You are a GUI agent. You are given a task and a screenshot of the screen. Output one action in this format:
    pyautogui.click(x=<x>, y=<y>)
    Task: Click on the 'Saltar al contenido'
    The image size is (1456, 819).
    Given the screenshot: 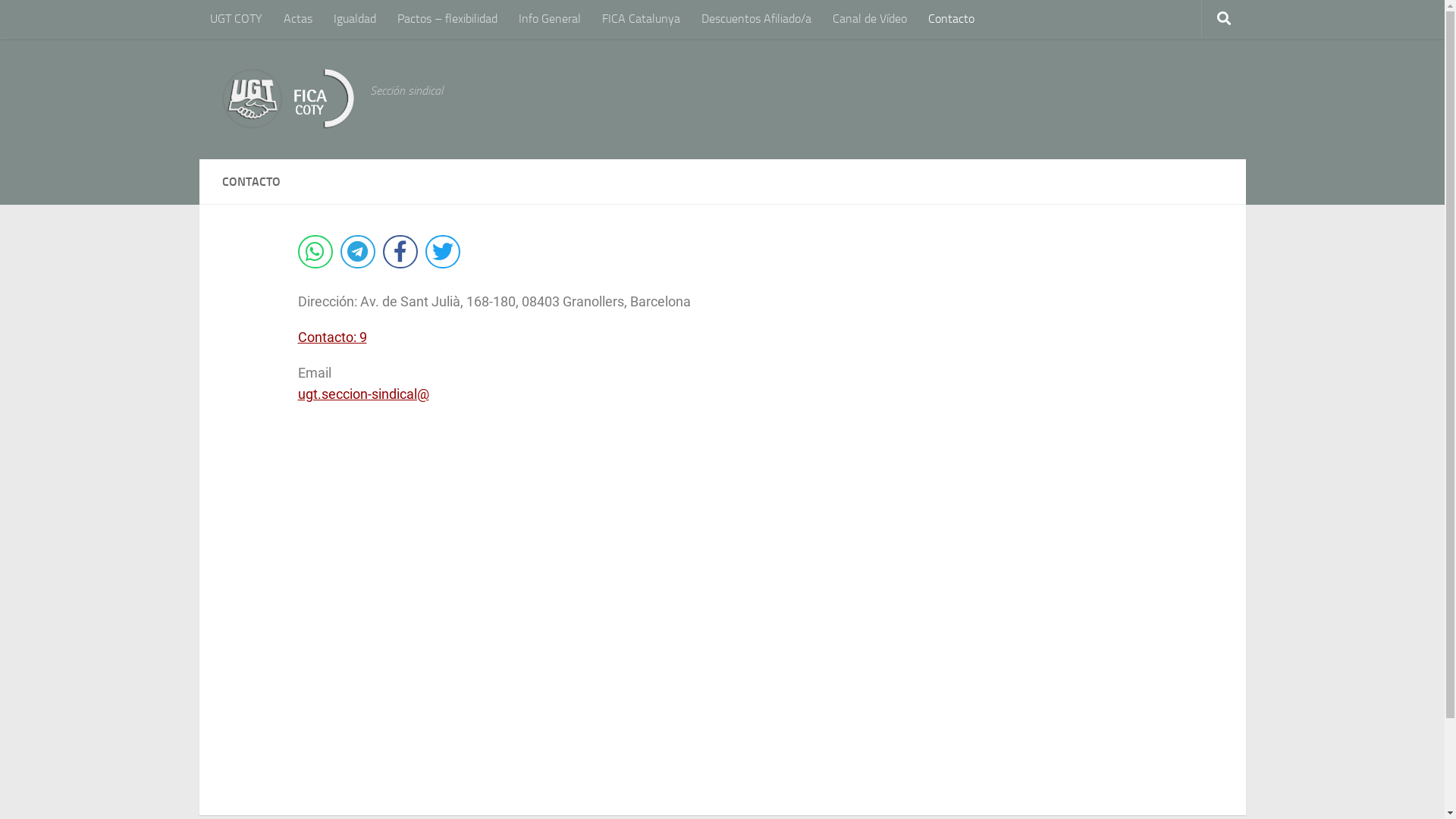 What is the action you would take?
    pyautogui.click(x=68, y=20)
    